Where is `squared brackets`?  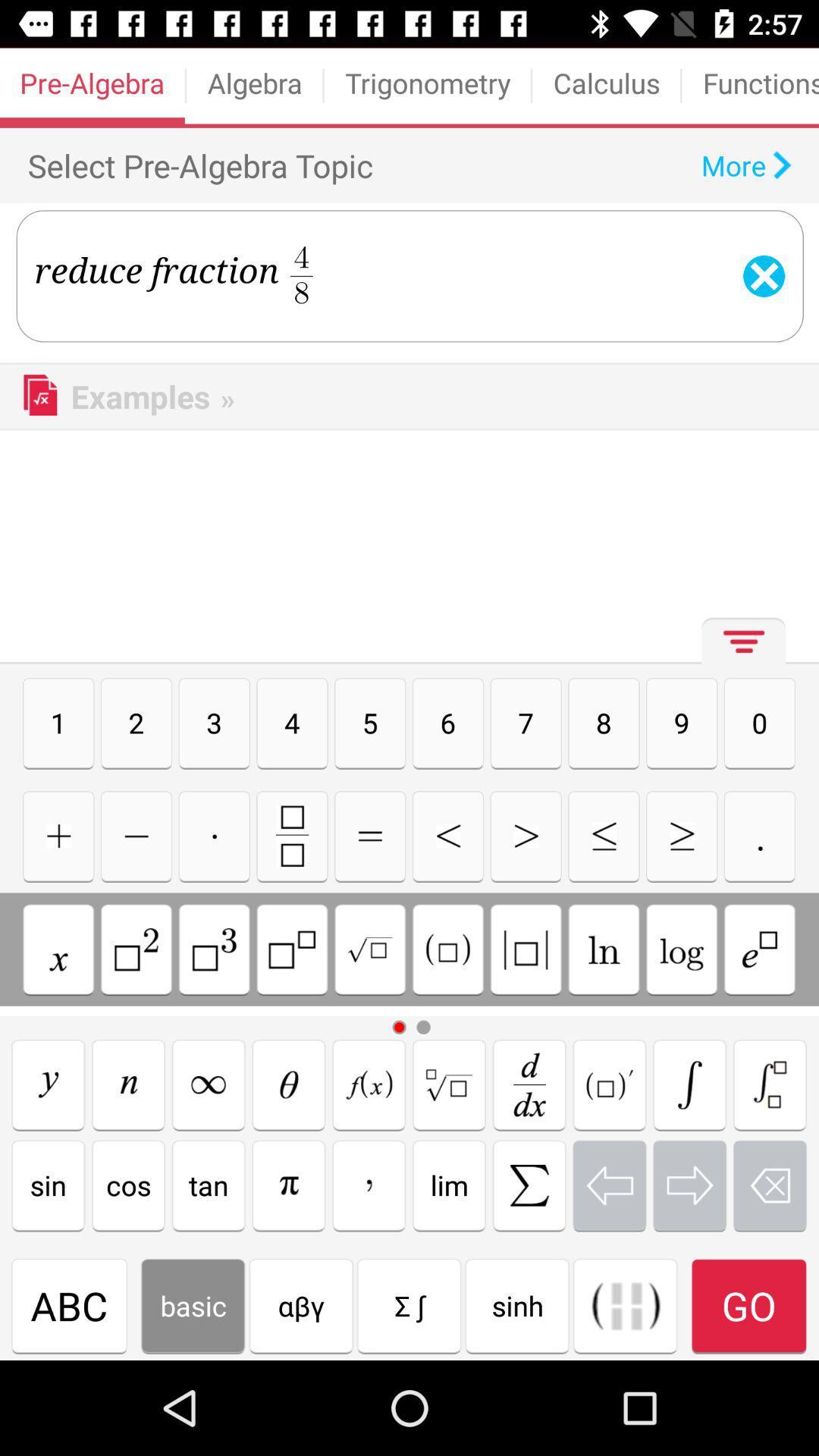
squared brackets is located at coordinates (525, 949).